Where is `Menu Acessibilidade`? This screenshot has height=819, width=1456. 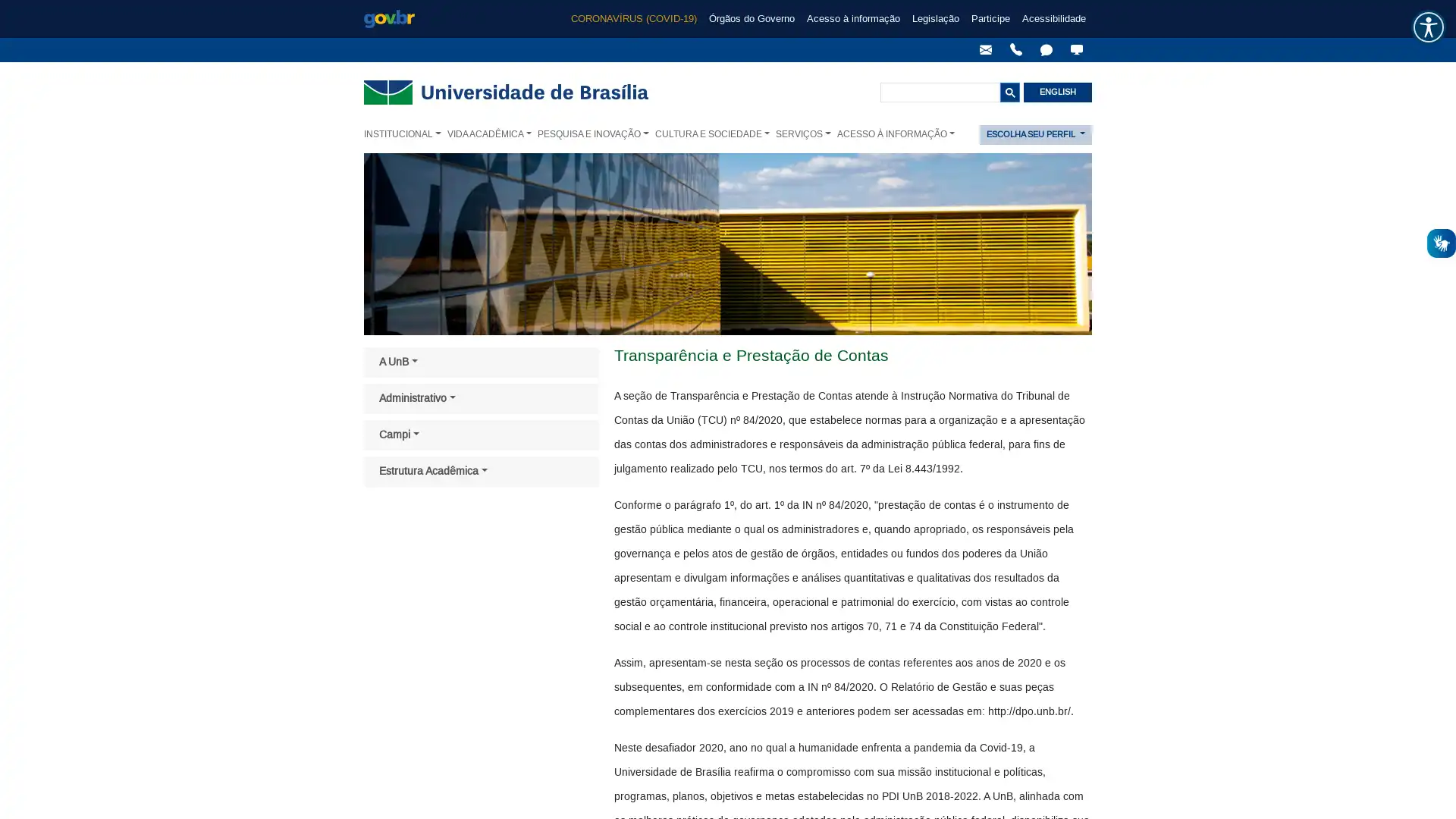 Menu Acessibilidade is located at coordinates (1427, 27).